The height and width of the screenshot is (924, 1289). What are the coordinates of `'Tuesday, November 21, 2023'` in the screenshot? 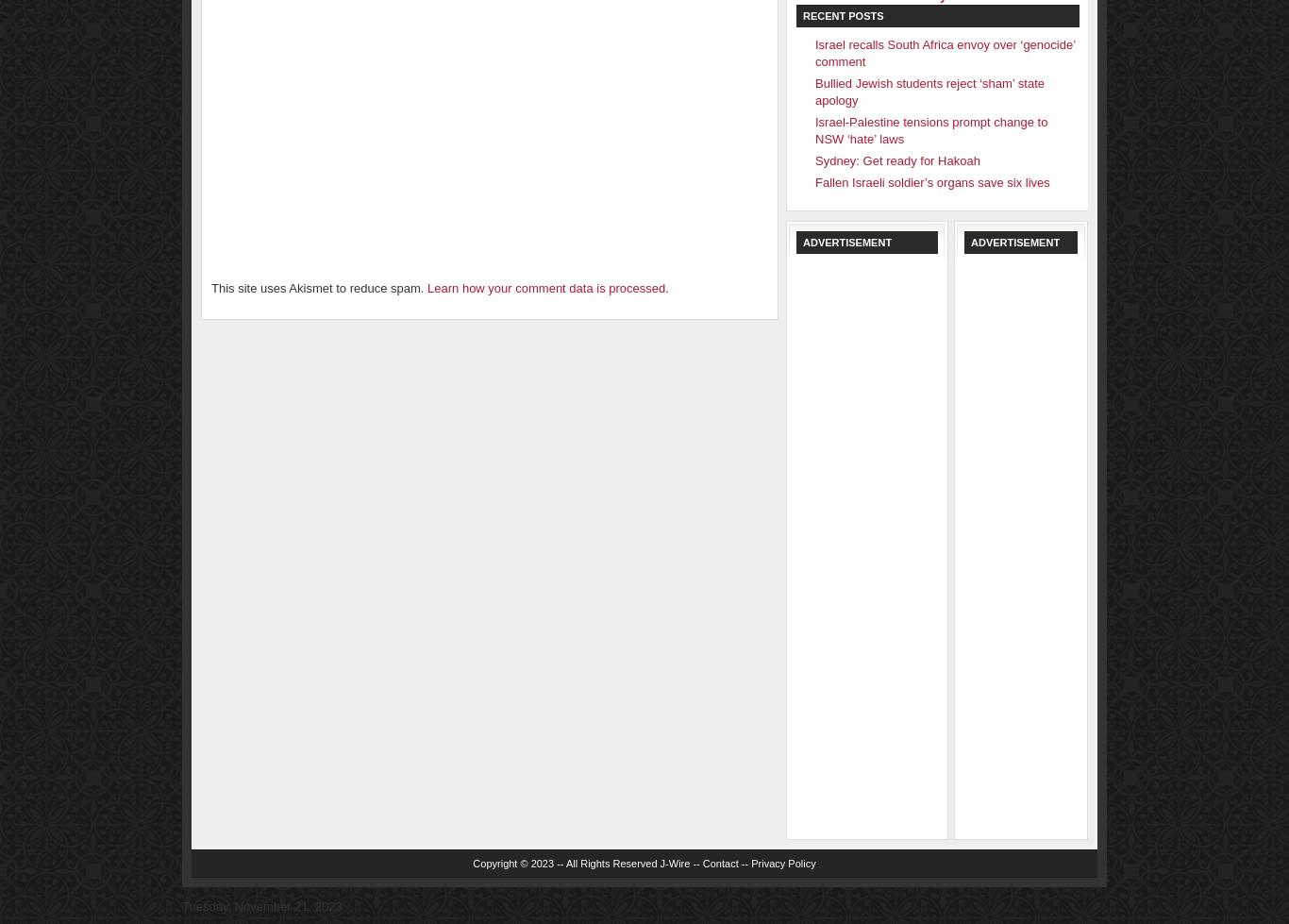 It's located at (181, 905).